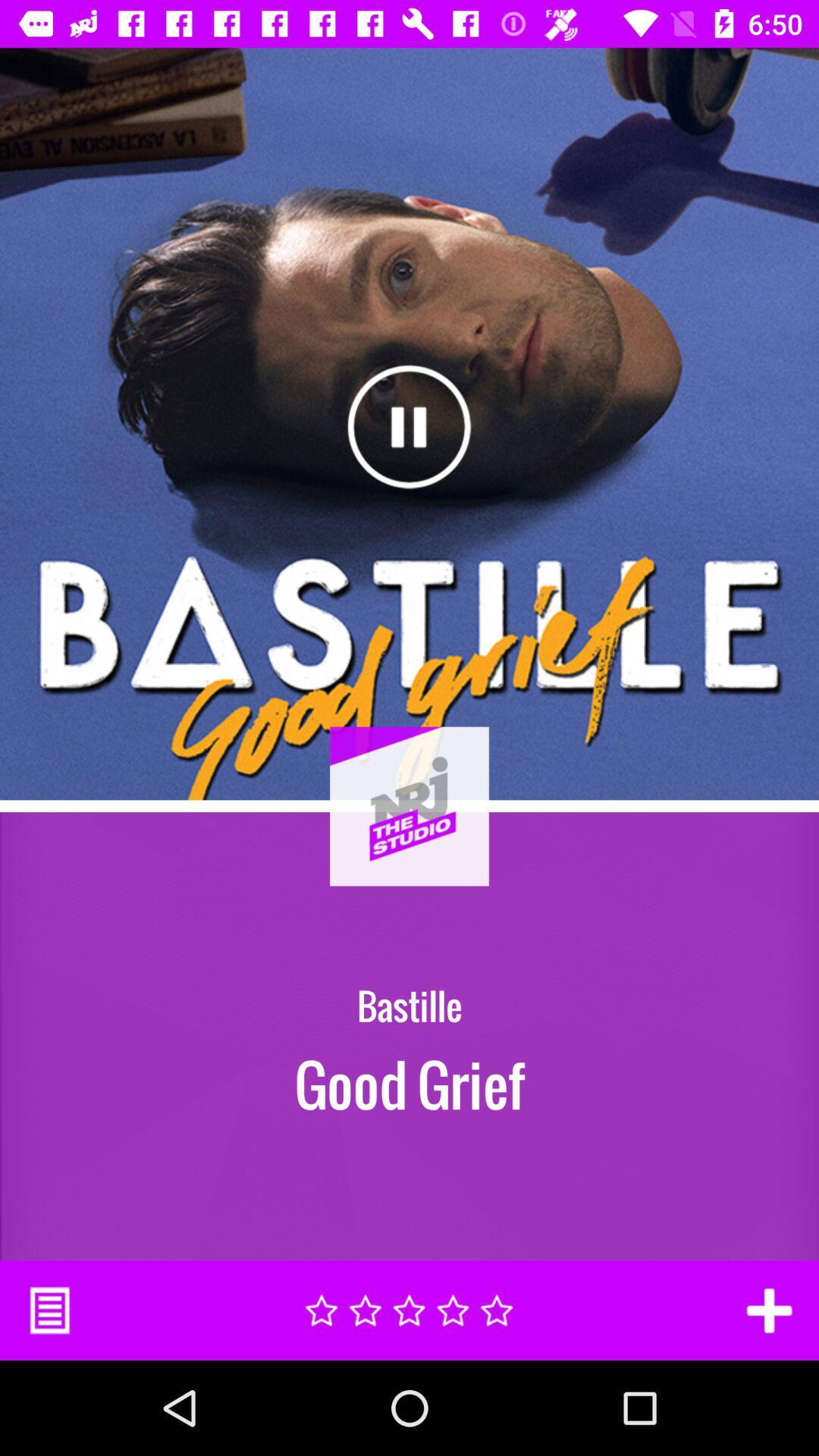 This screenshot has width=819, height=1456. I want to click on the item at the bottom left corner, so click(49, 1310).